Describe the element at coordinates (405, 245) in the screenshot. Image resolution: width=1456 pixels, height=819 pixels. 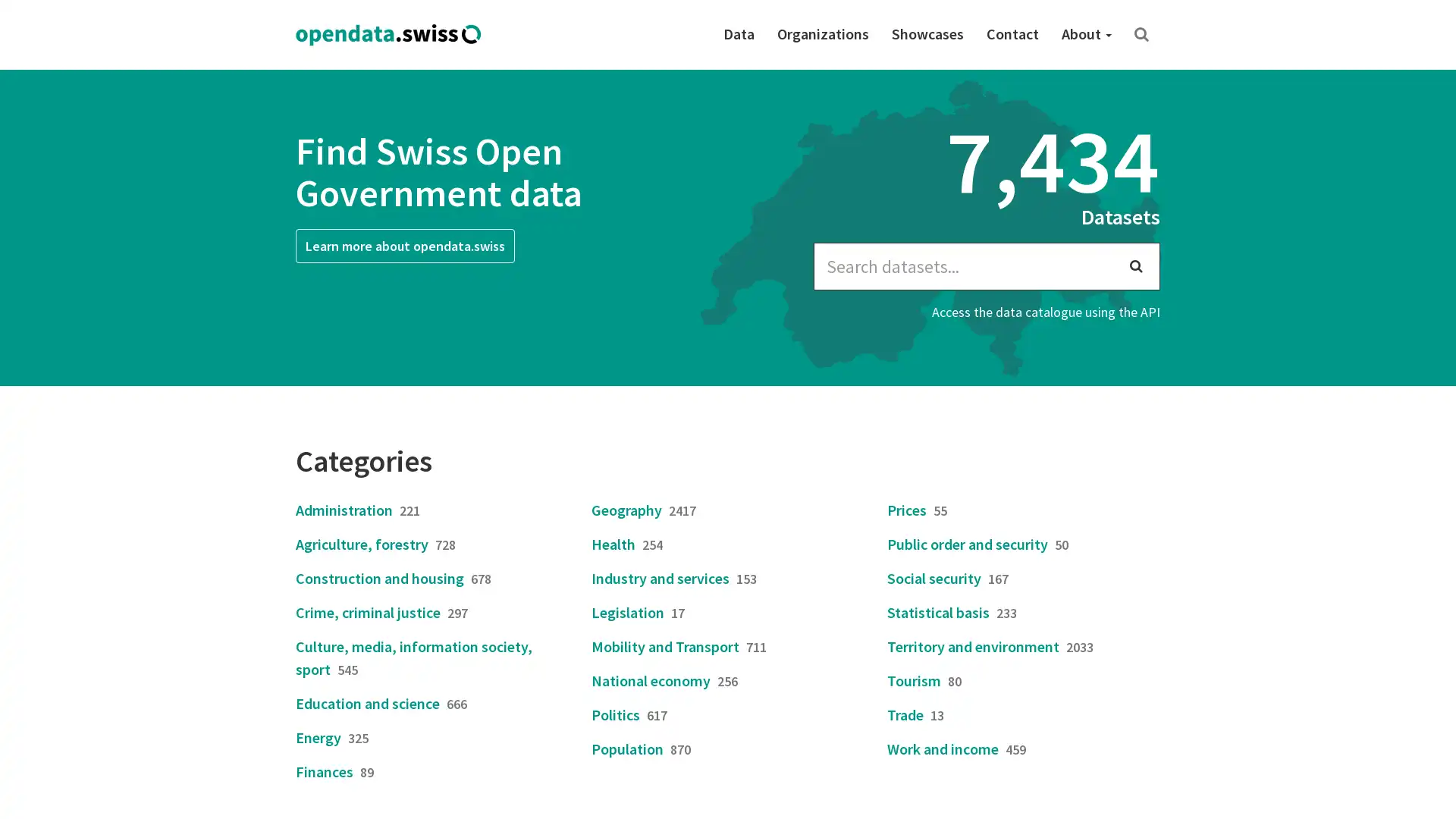
I see `Learn more about opendata.swiss` at that location.